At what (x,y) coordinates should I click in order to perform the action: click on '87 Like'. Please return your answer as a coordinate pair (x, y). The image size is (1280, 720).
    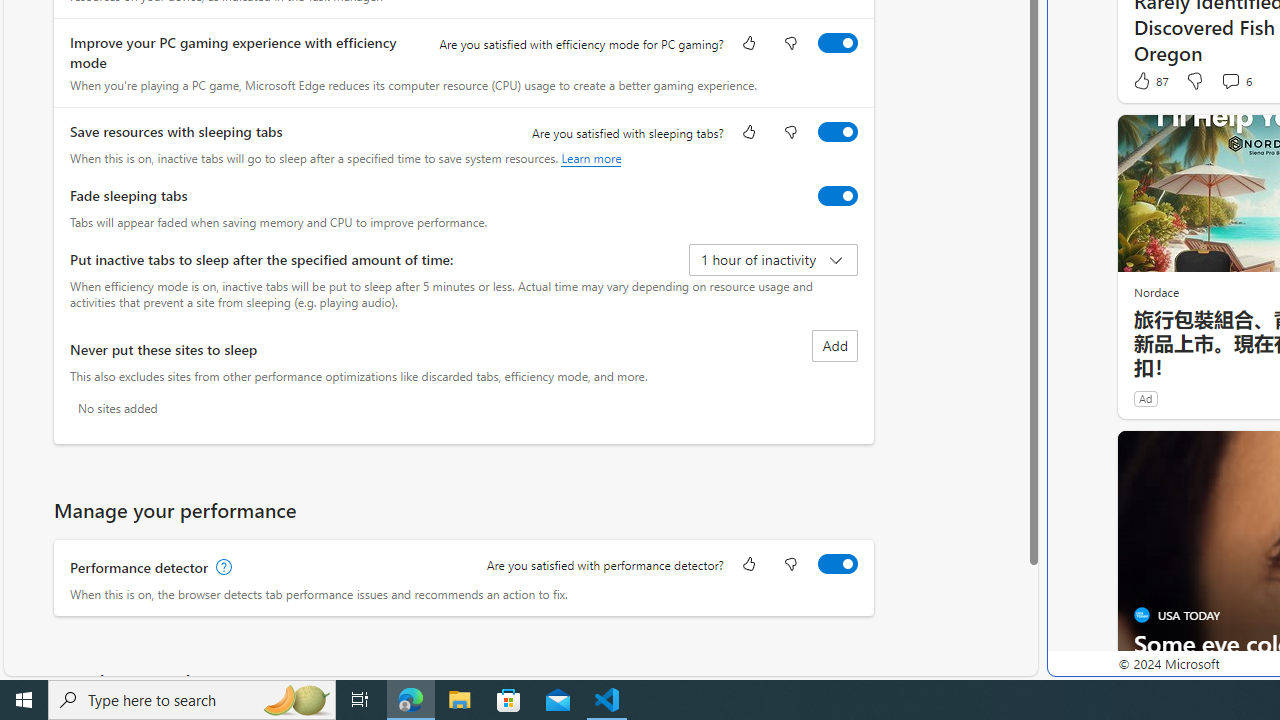
    Looking at the image, I should click on (1150, 80).